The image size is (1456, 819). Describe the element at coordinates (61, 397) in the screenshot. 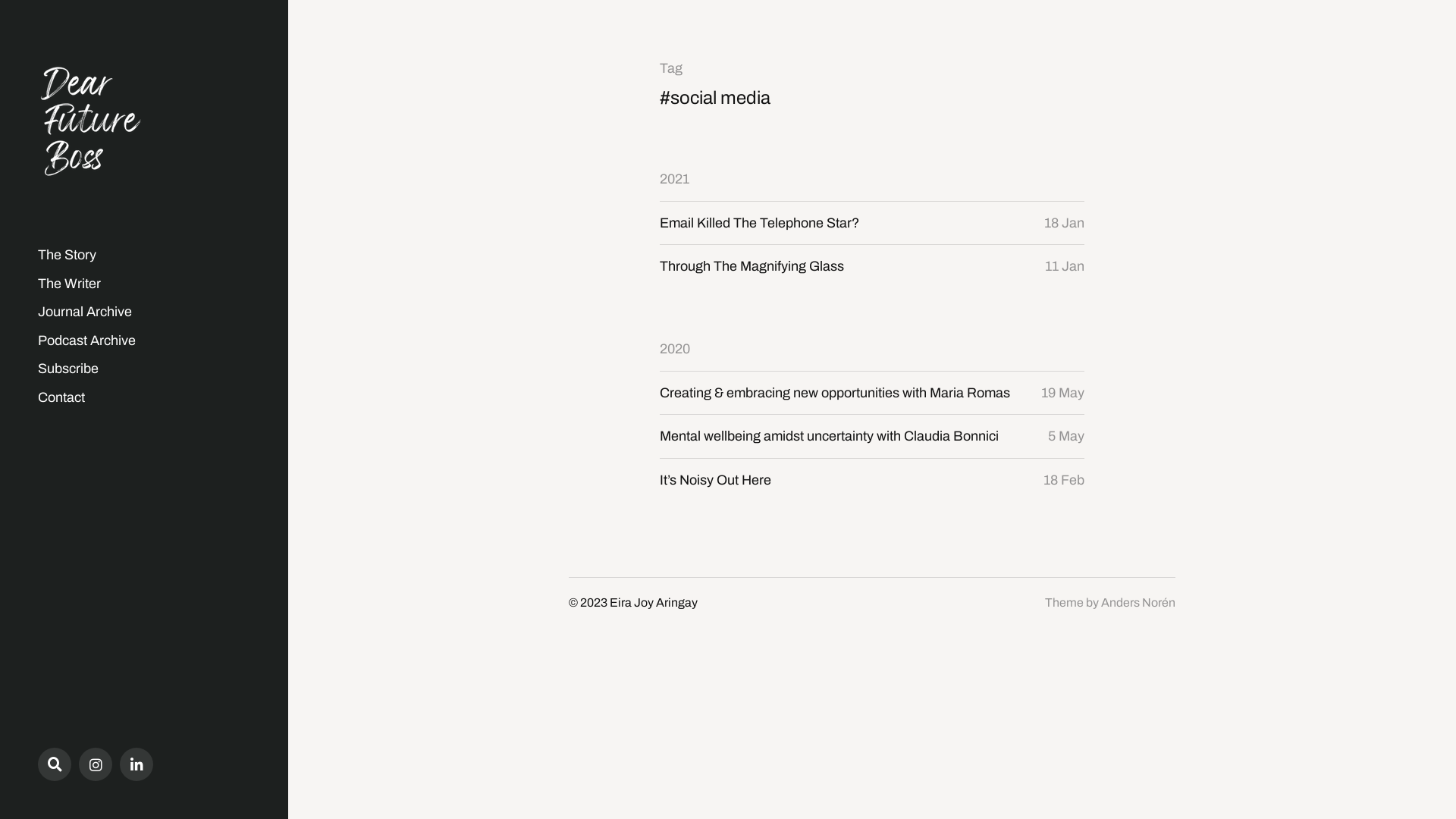

I see `'Contact'` at that location.